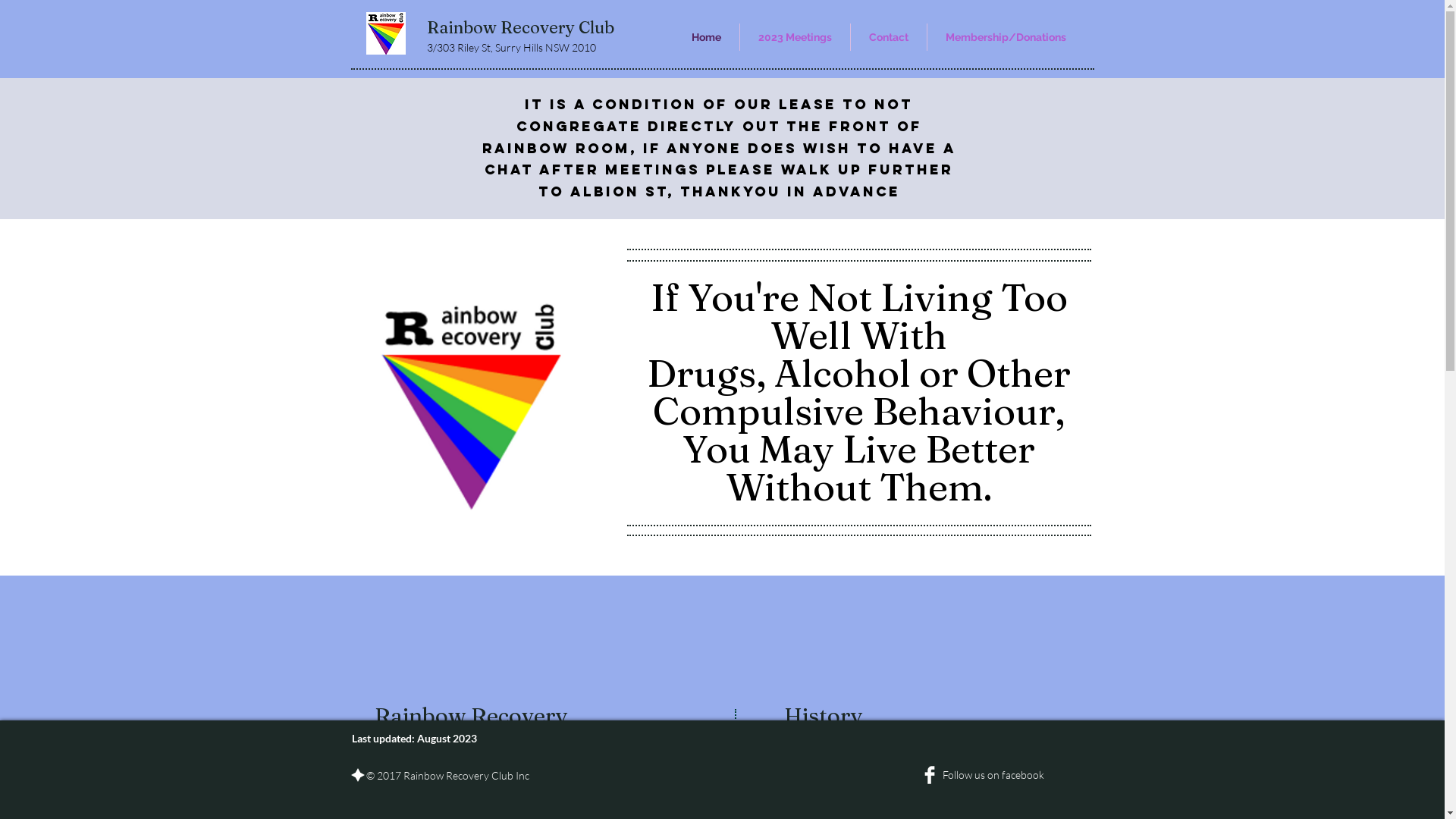  Describe the element at coordinates (851, 36) in the screenshot. I see `'Contact'` at that location.